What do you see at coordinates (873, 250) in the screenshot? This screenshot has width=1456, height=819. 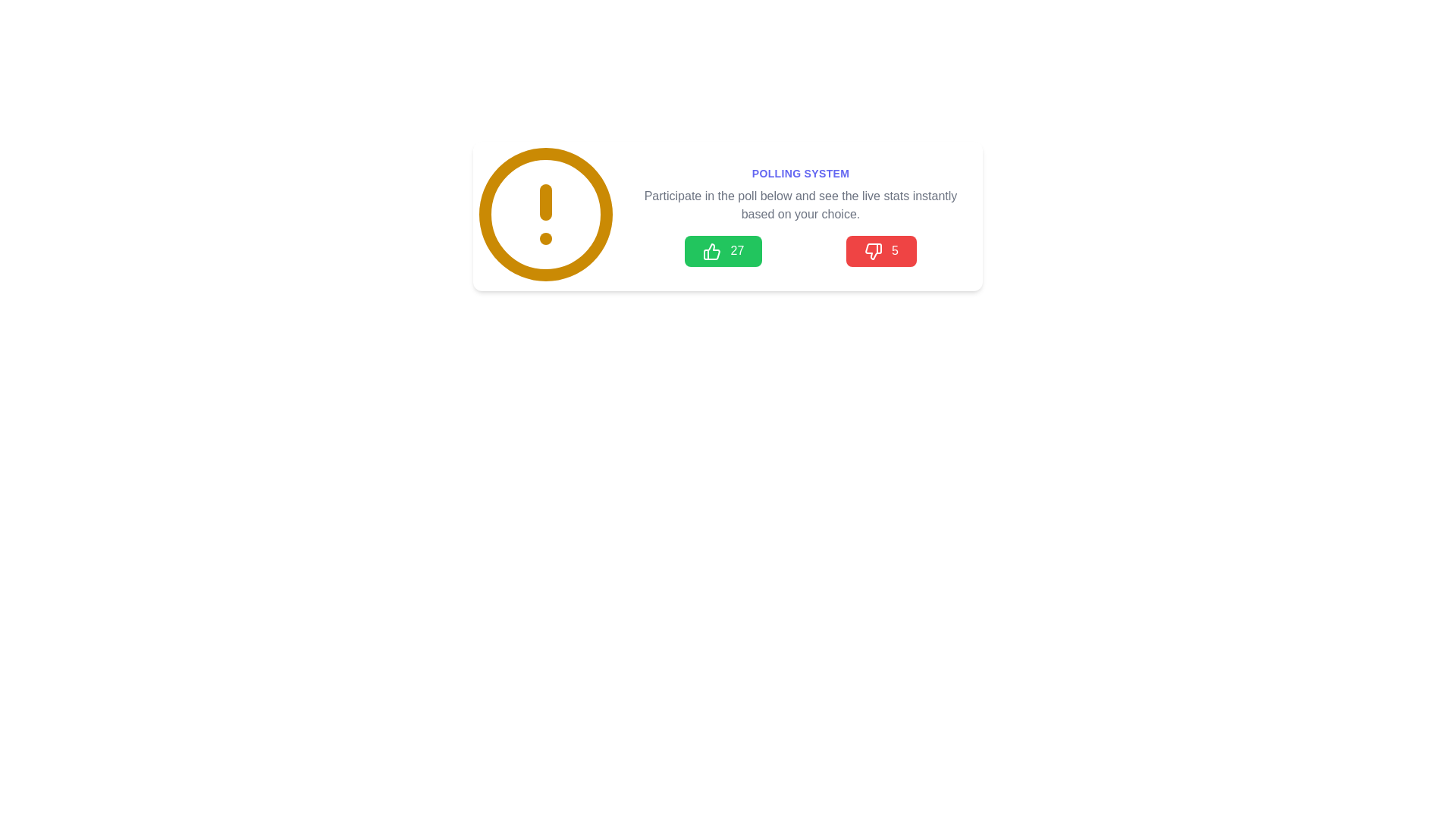 I see `the red thumbs-down icon representing a dislike action, which is located closely to the red button with the numeral '5' on the right side of the interactive panel` at bounding box center [873, 250].